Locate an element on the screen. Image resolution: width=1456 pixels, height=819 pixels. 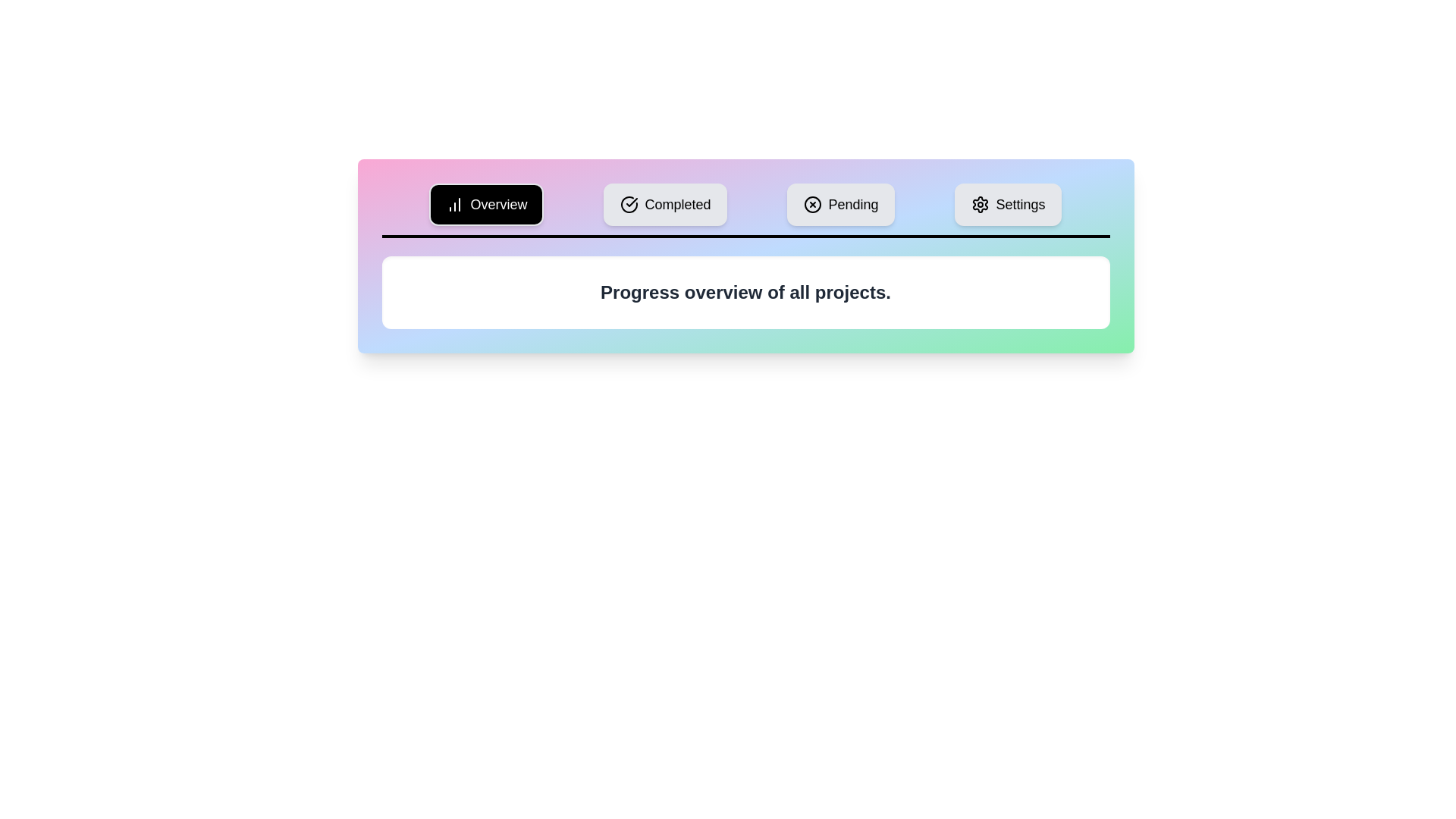
the Settings tab to view its content is located at coordinates (1008, 205).